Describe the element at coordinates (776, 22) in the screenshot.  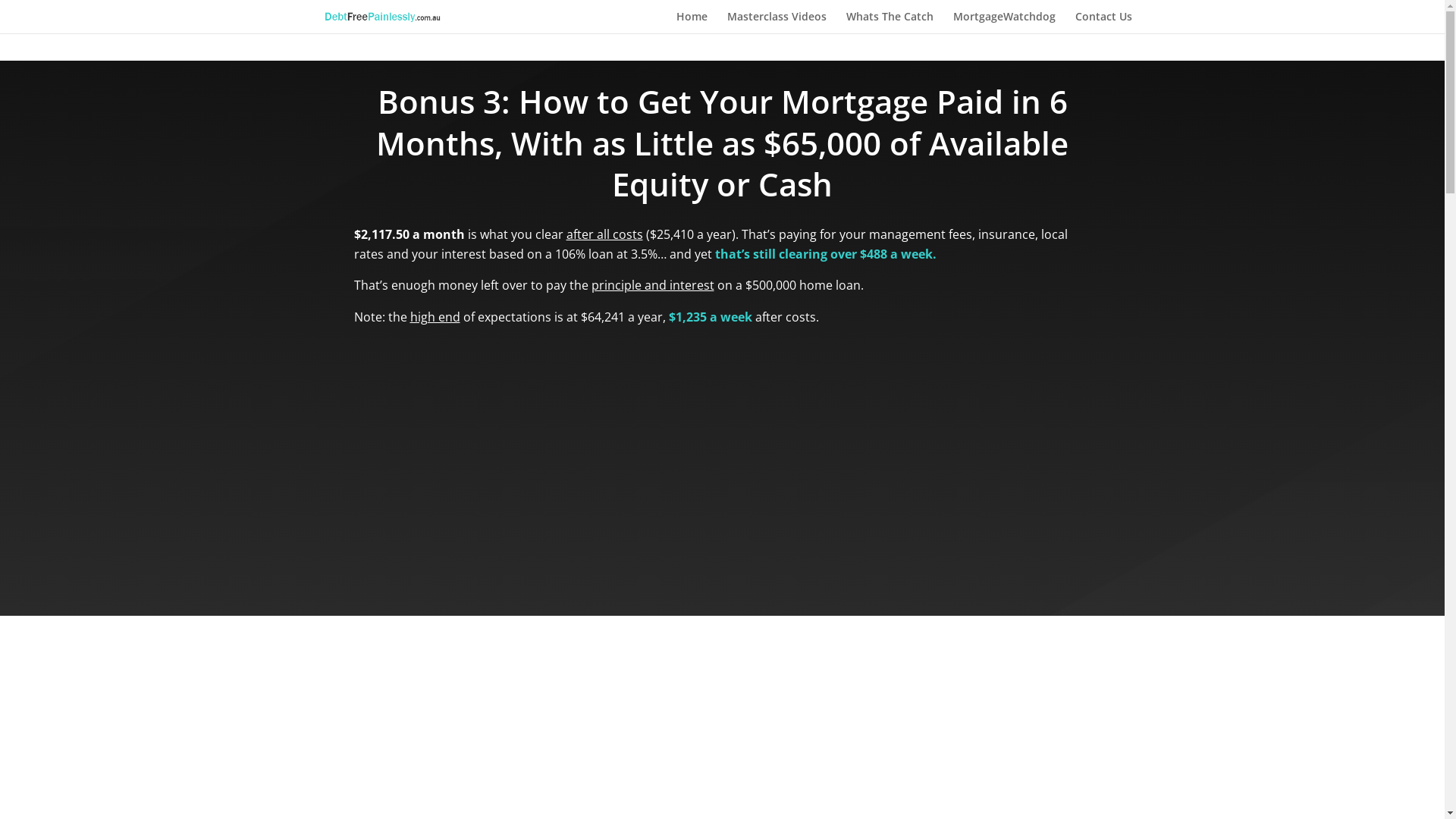
I see `'Masterclass Videos'` at that location.